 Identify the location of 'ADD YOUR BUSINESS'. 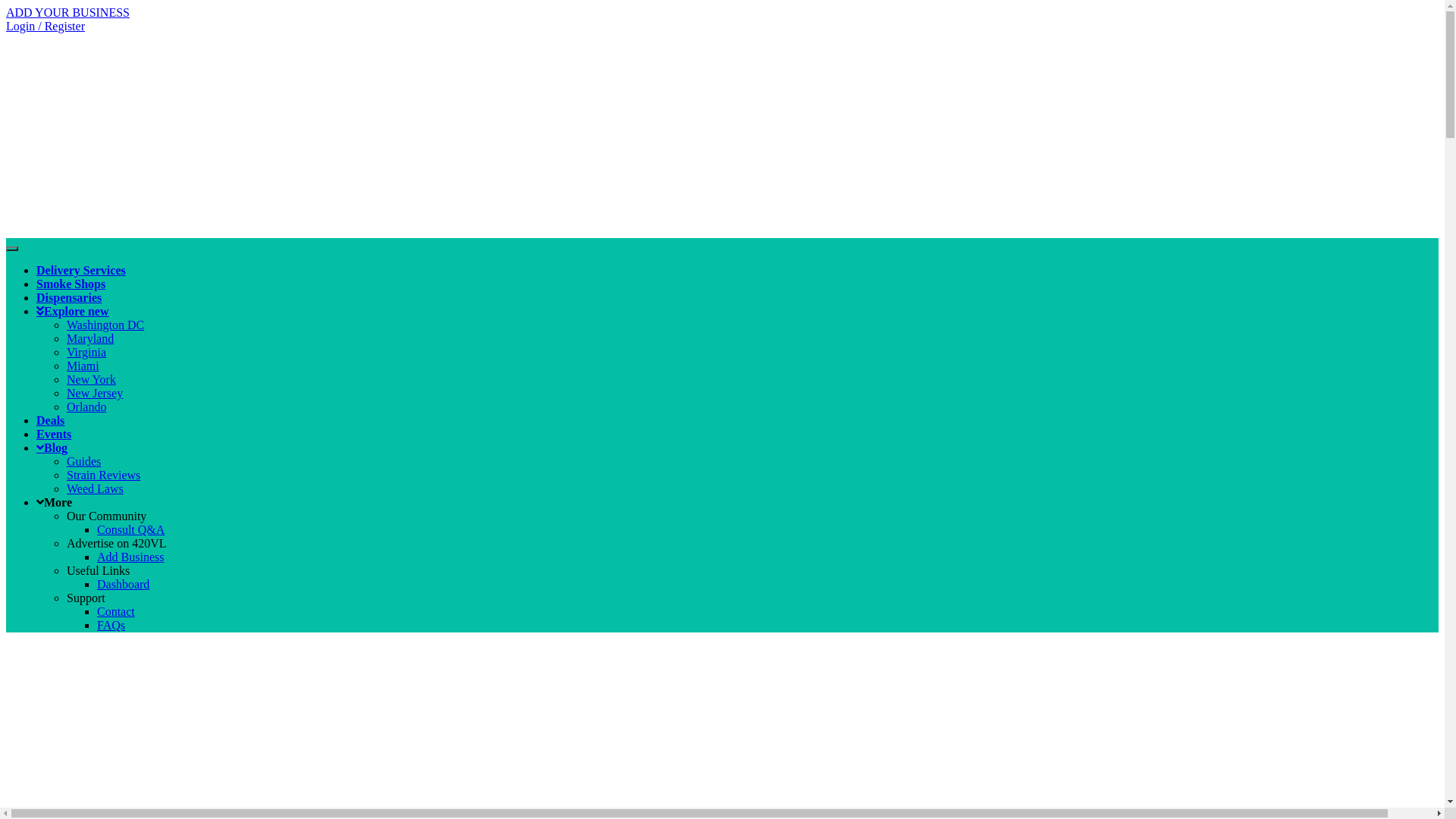
(67, 12).